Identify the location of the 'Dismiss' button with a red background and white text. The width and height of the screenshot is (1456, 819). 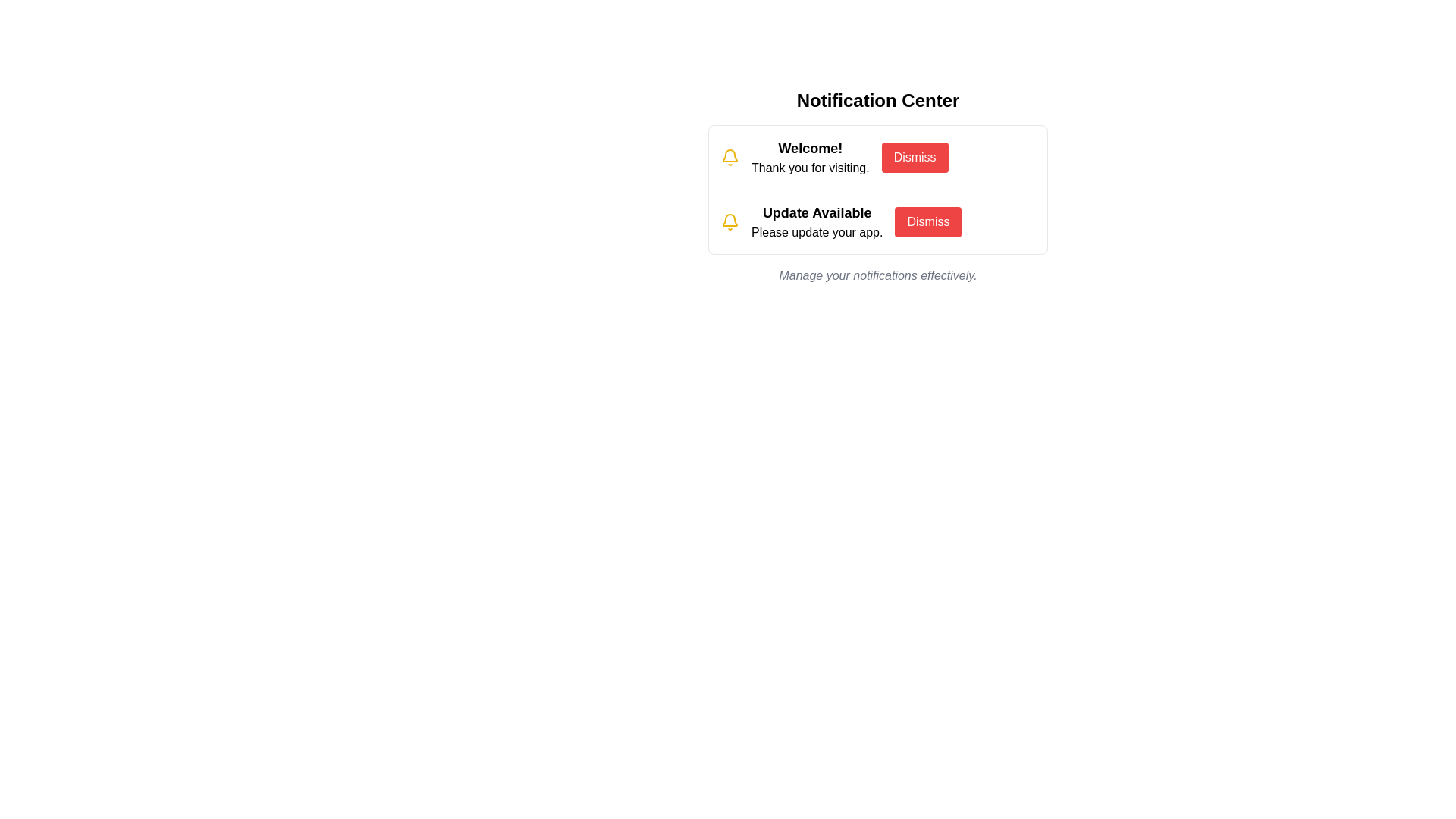
(914, 158).